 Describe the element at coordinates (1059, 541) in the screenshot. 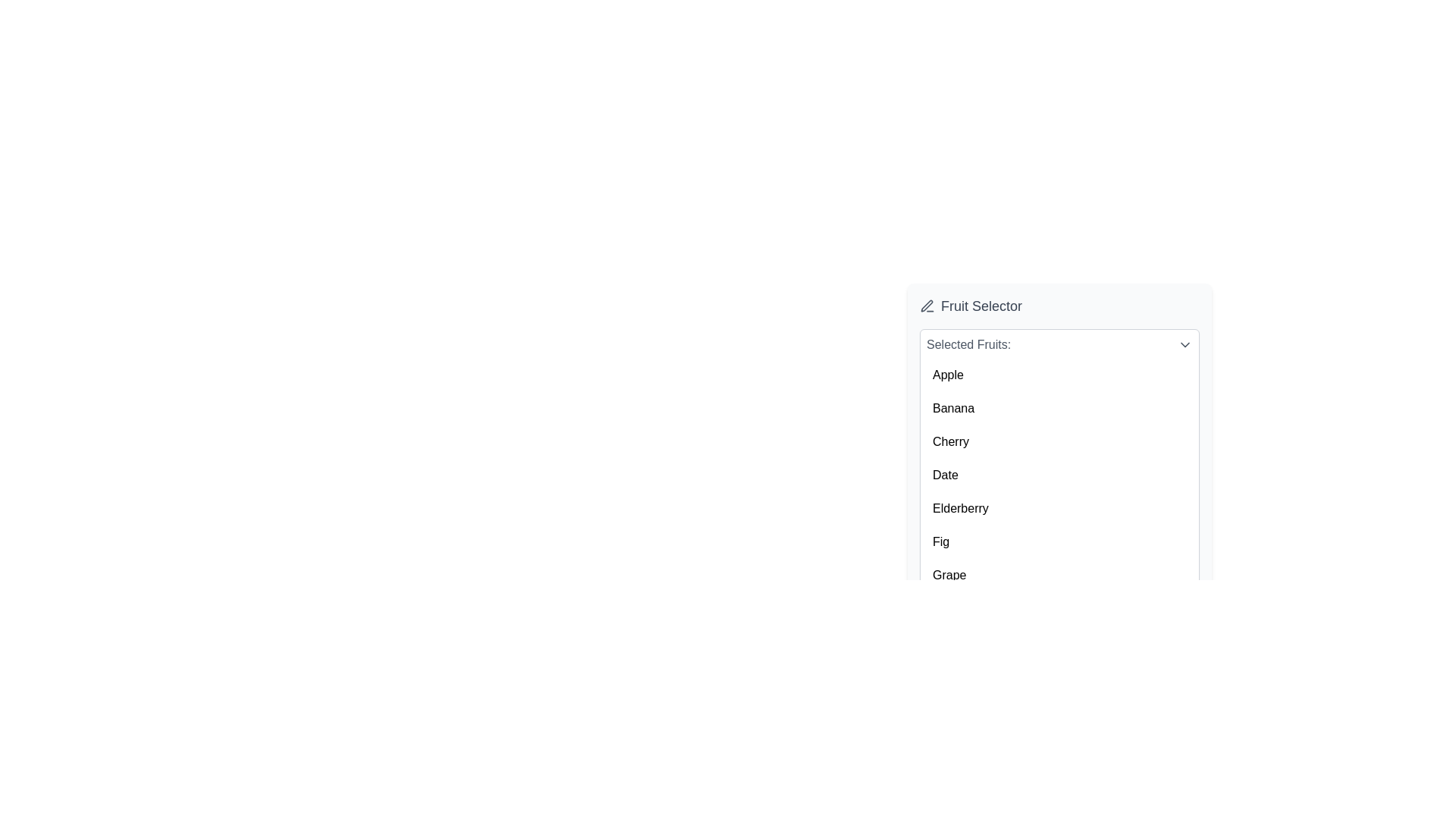

I see `the sixth item in the 'Selected Fruits' dropdown list` at that location.